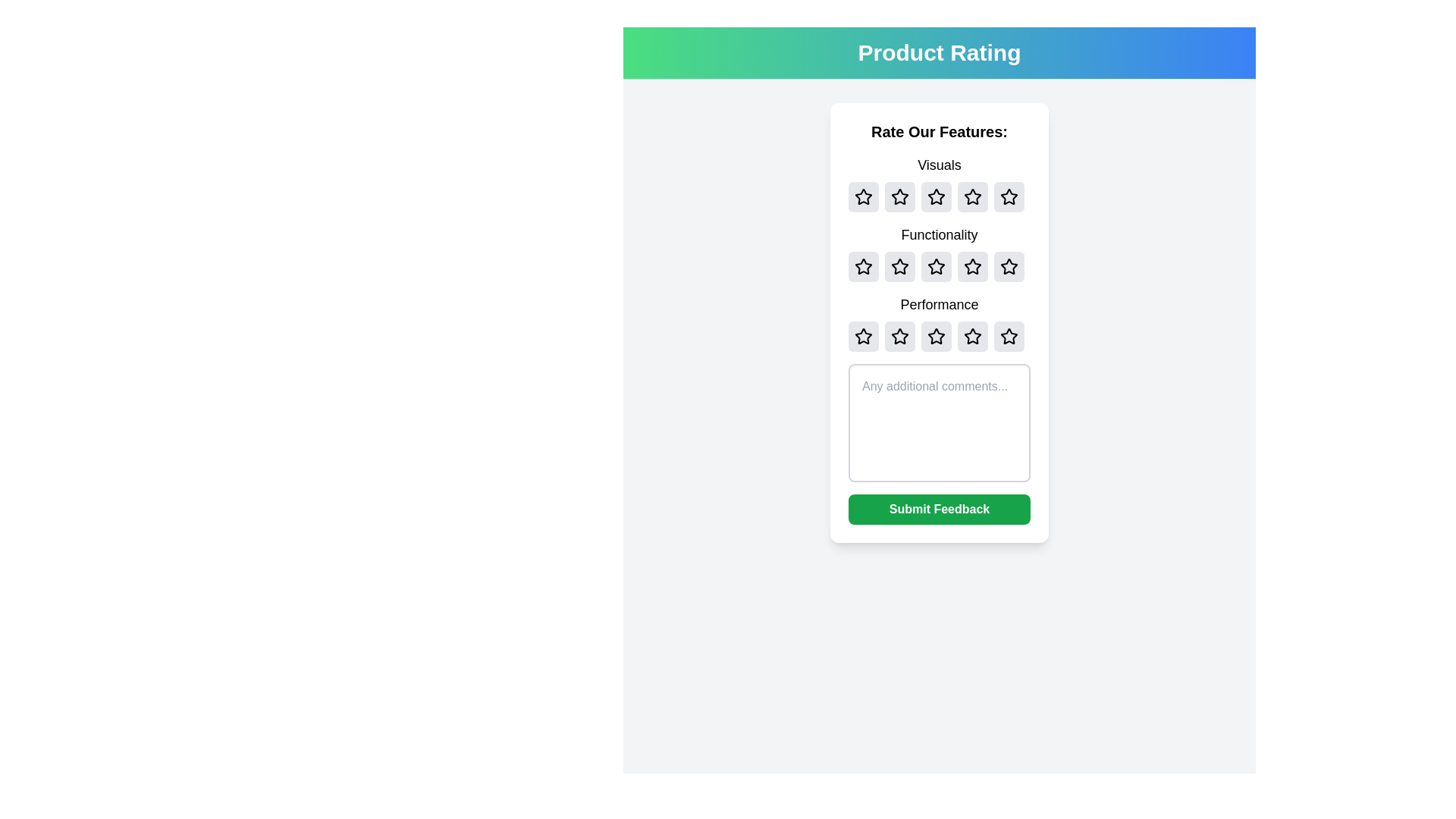 Image resolution: width=1456 pixels, height=819 pixels. Describe the element at coordinates (938, 196) in the screenshot. I see `the third star icon in the five-star rating system for the 'Visuals' category to rate it` at that location.